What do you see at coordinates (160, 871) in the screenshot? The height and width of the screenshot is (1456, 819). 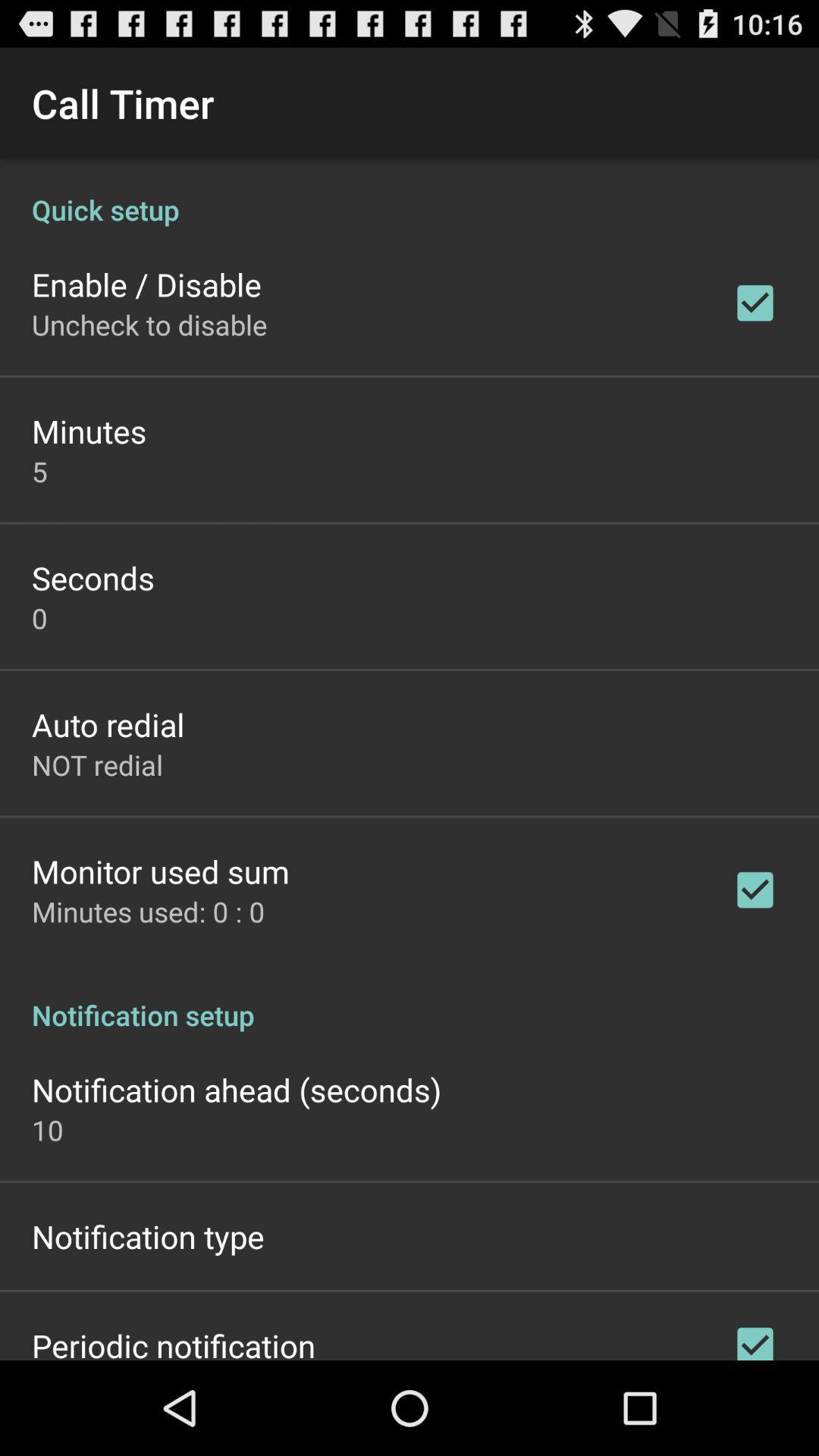 I see `monitor used sum item` at bounding box center [160, 871].